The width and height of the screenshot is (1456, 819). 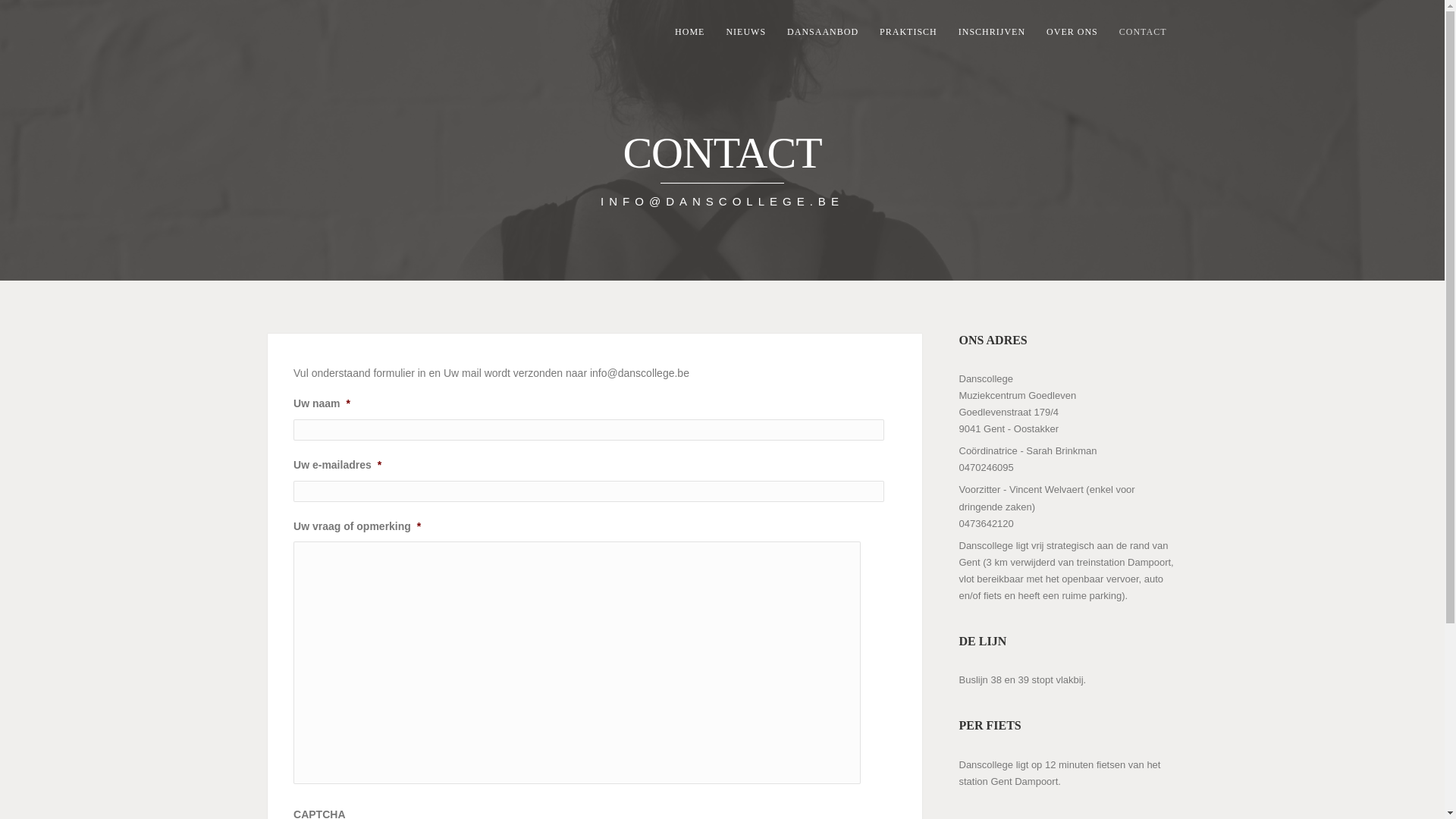 I want to click on 'PRAKTISCH', so click(x=908, y=32).